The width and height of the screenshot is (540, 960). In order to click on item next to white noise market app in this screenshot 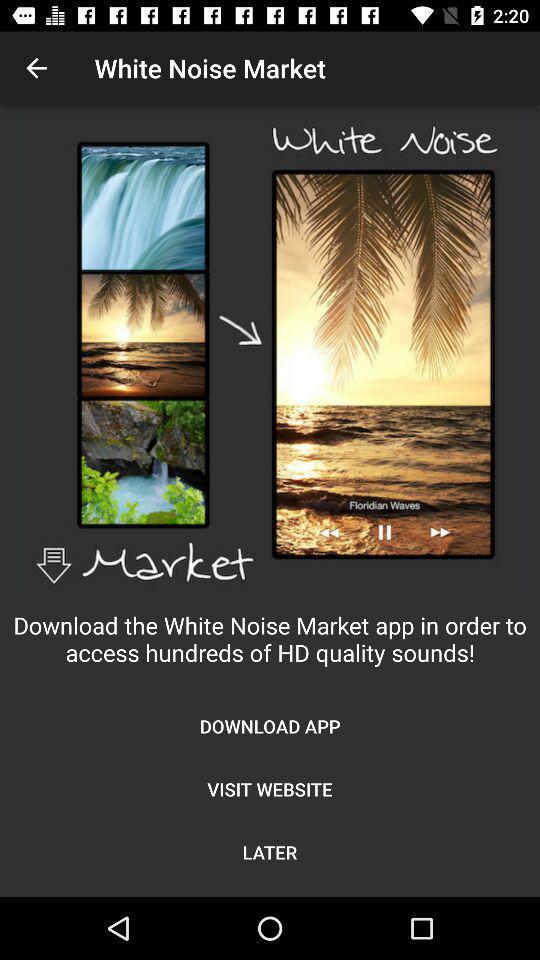, I will do `click(36, 68)`.